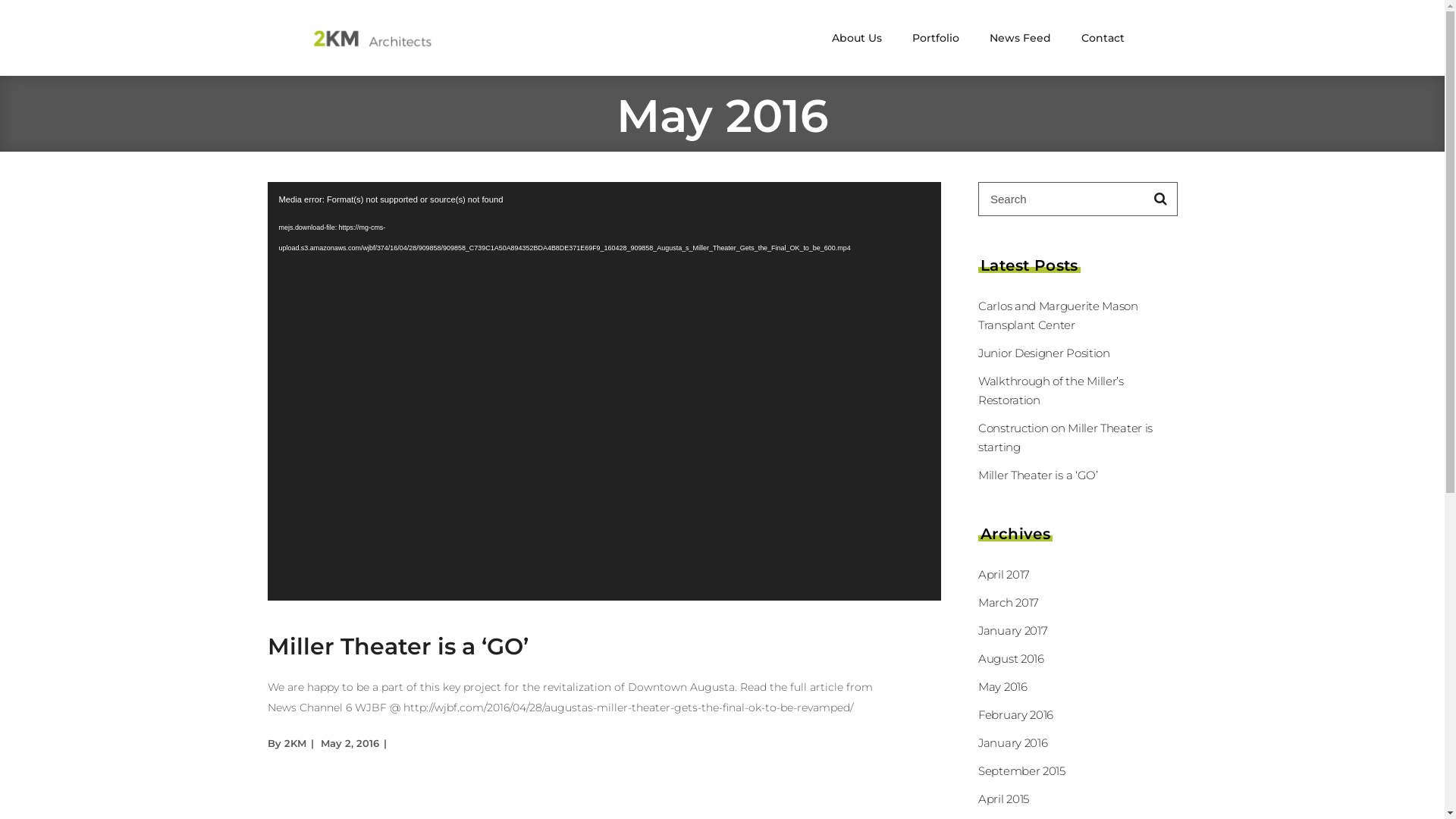 The image size is (1456, 819). I want to click on 'Contact', so click(1065, 37).